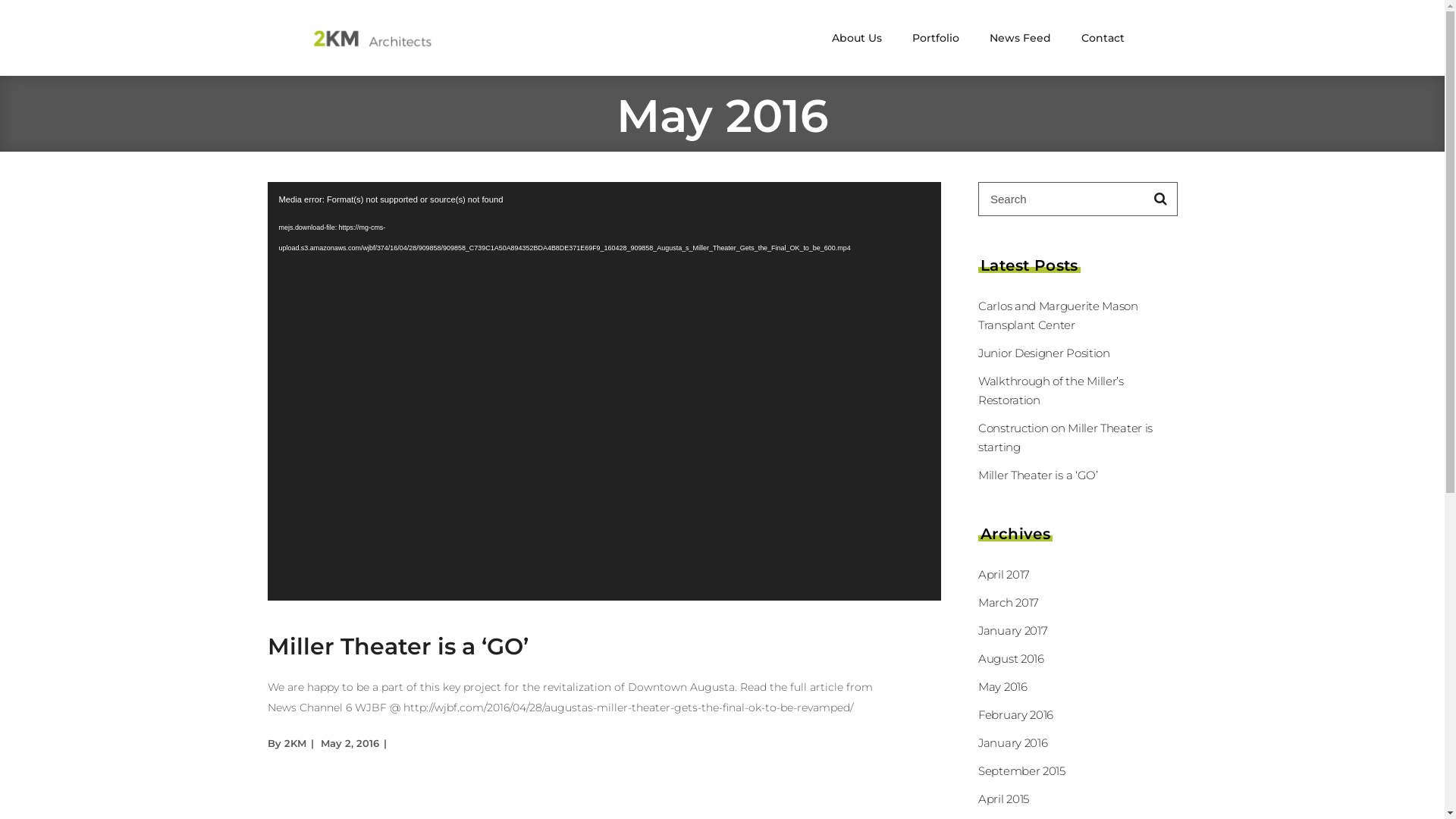 The image size is (1456, 819). I want to click on 'Contact', so click(1065, 37).